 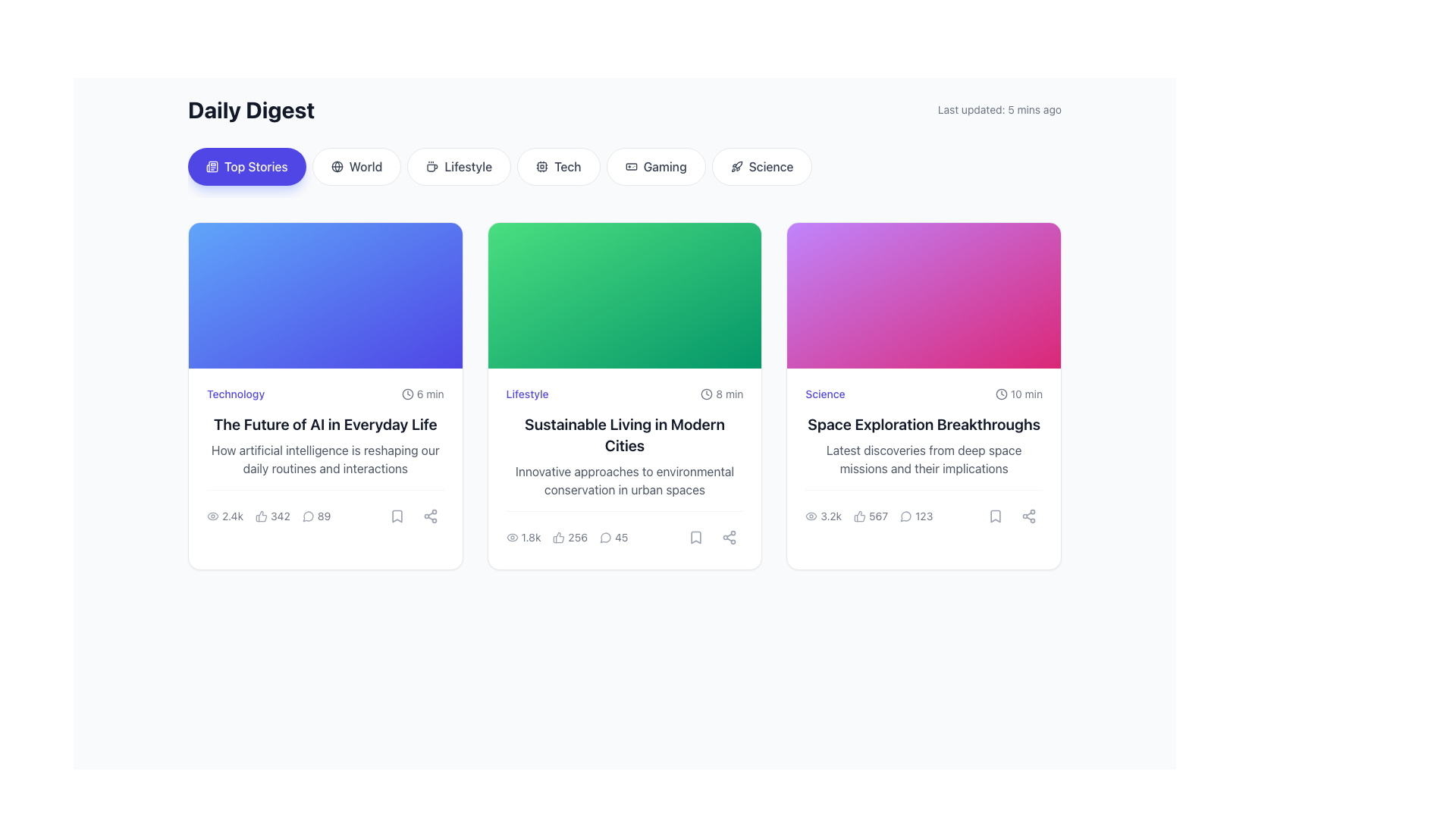 I want to click on the comment icon (SVG) located in the engagement metrics section below the 'Sustainable Living in Modern Cities' card to interact with comments, so click(x=604, y=537).